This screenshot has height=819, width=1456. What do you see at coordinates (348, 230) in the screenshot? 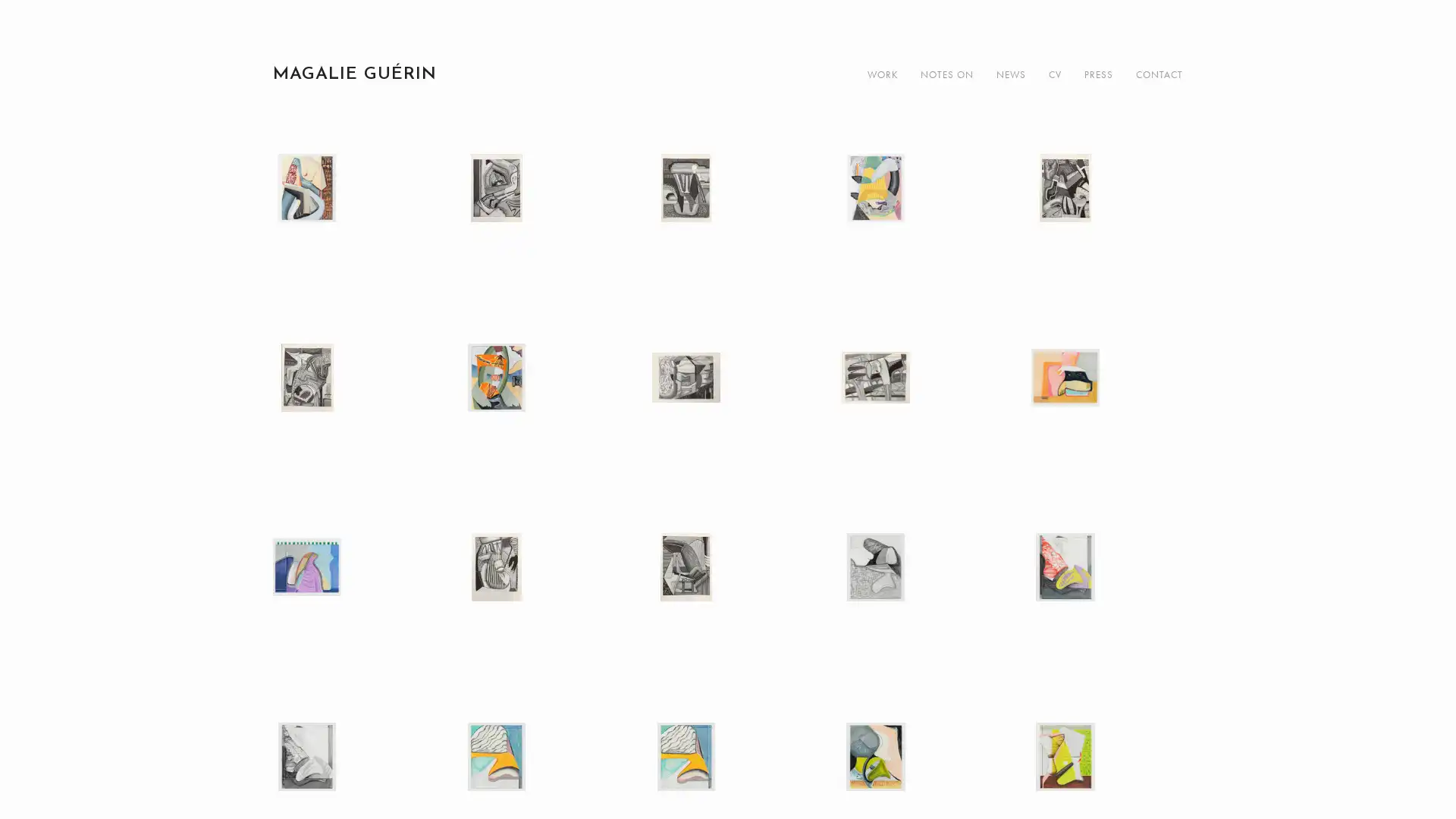
I see `View fullsize Copy Drawing (hat-Flintstones), 2017` at bounding box center [348, 230].